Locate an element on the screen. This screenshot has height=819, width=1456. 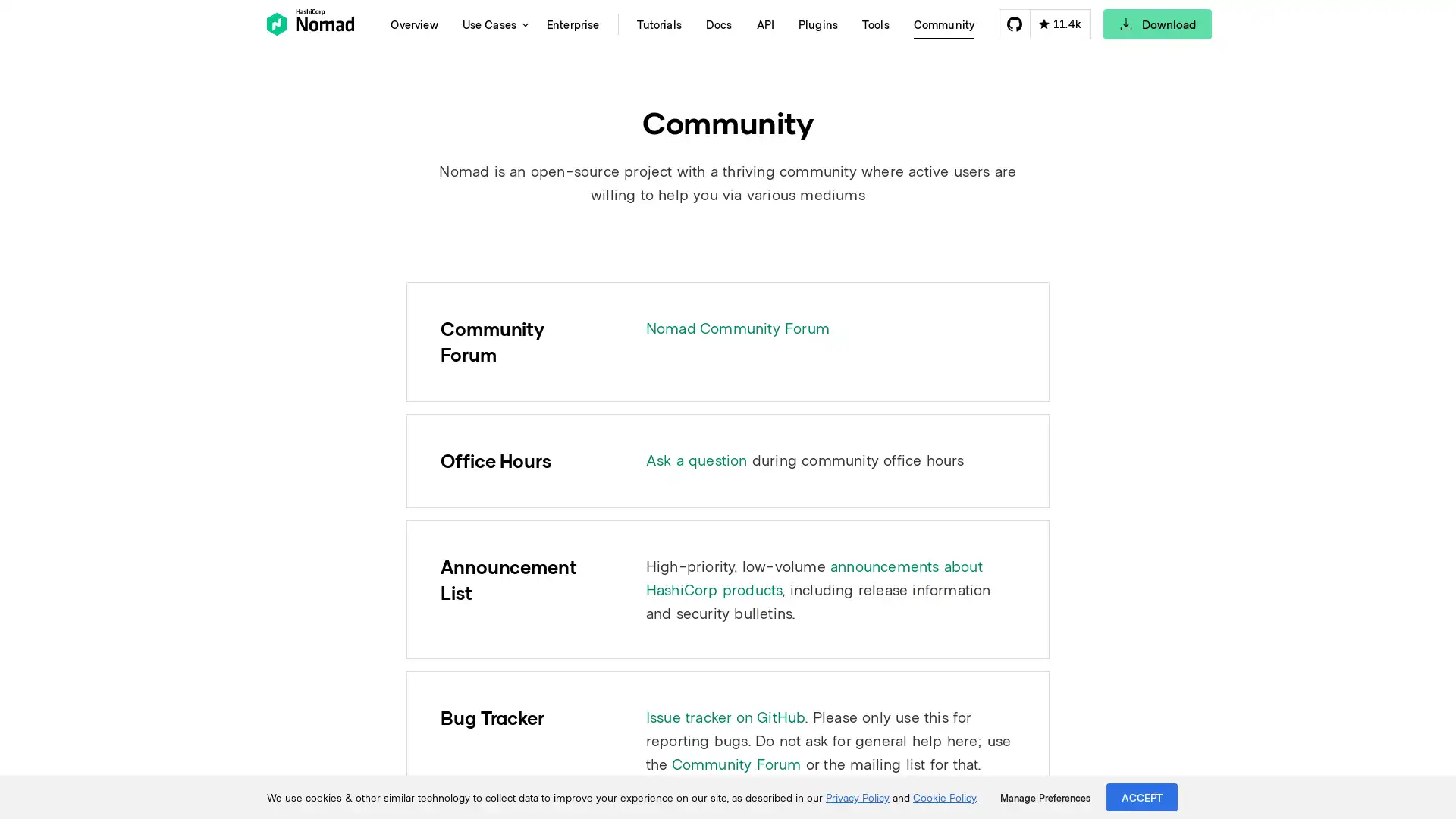
Manage Preferences is located at coordinates (1044, 797).